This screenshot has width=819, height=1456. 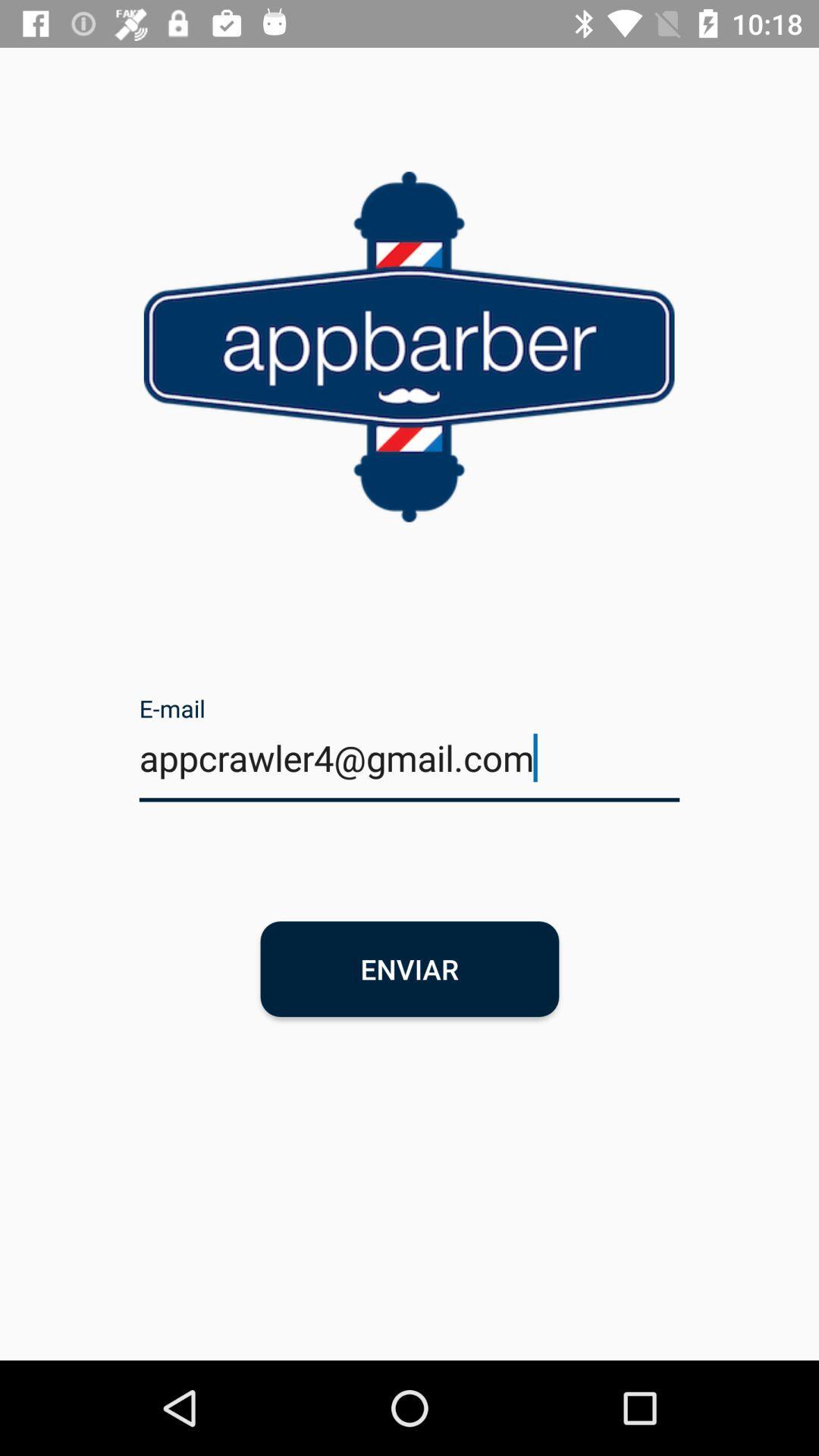 What do you see at coordinates (409, 767) in the screenshot?
I see `icon above the enviar` at bounding box center [409, 767].